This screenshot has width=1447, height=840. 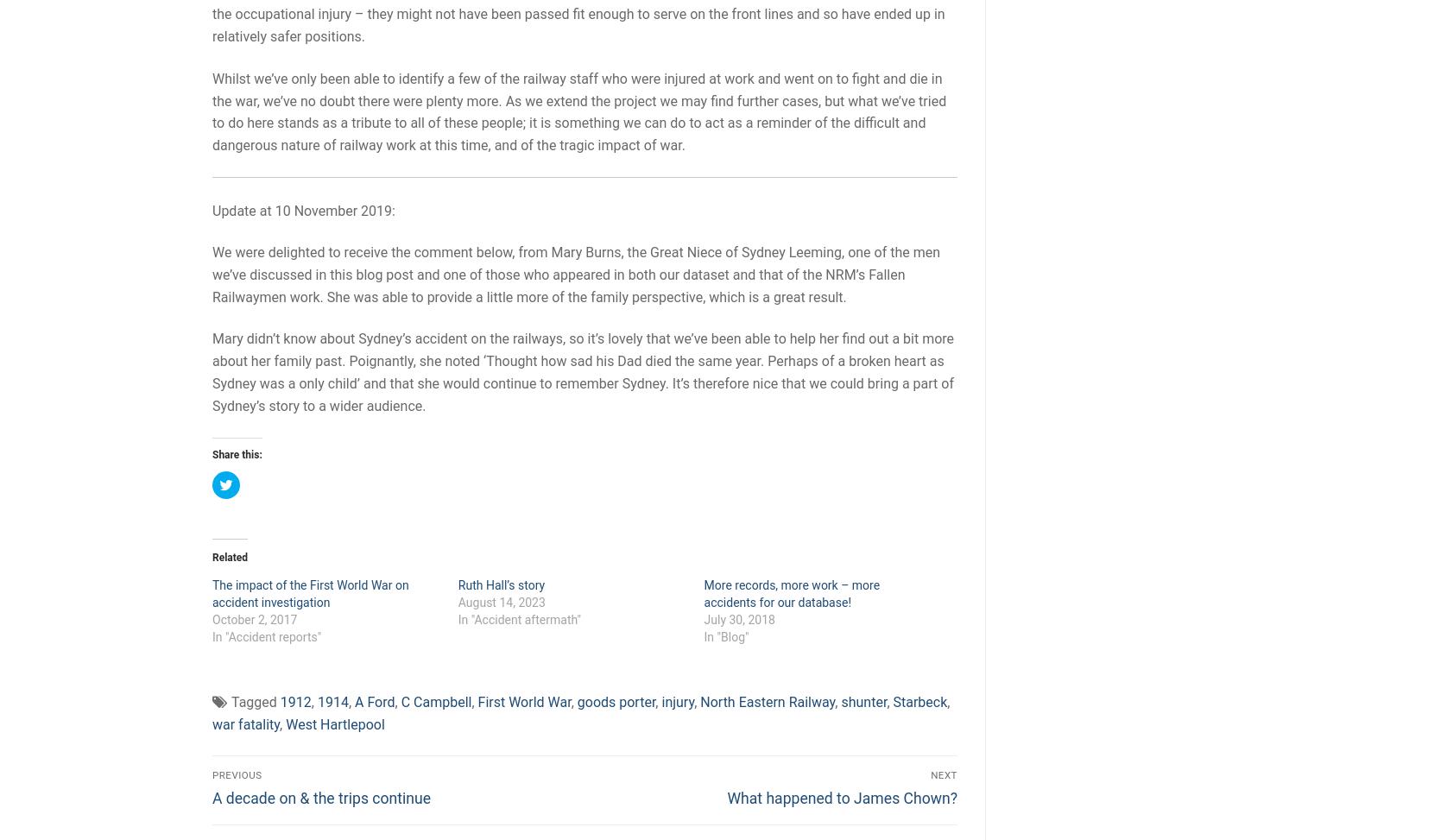 What do you see at coordinates (575, 274) in the screenshot?
I see `'We were delighted to receive the comment below, from Mary Burns, the Great Niece of Sydney Leeming, one of the men we’ve discussed in this blog post and one of those who appeared in both our dataset and that of the NRM’s Fallen Railwaymen work. She was able to provide a little more of the family perspective, which is a great result.'` at bounding box center [575, 274].